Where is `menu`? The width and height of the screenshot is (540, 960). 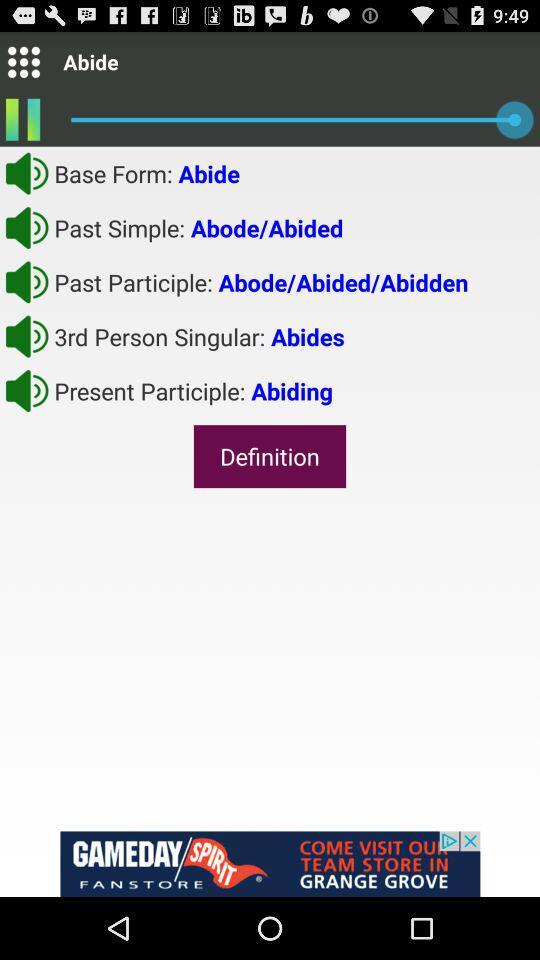 menu is located at coordinates (22, 61).